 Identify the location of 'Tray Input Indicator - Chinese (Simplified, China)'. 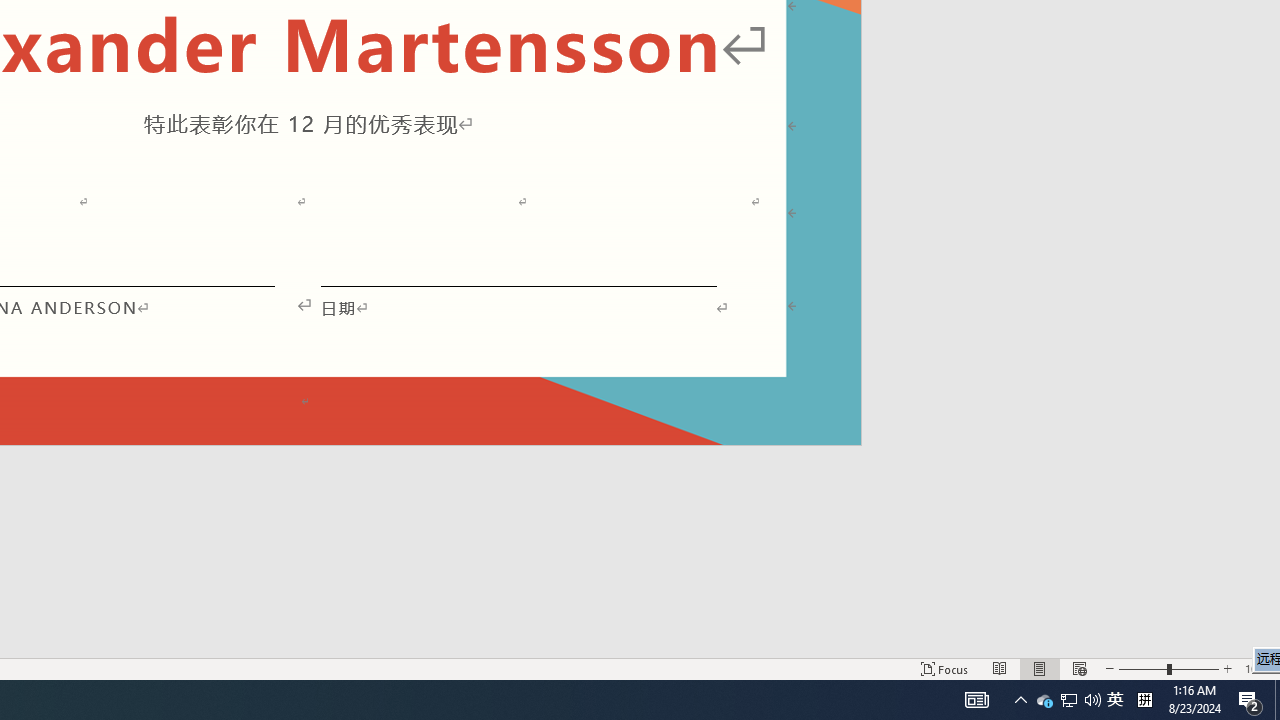
(1144, 698).